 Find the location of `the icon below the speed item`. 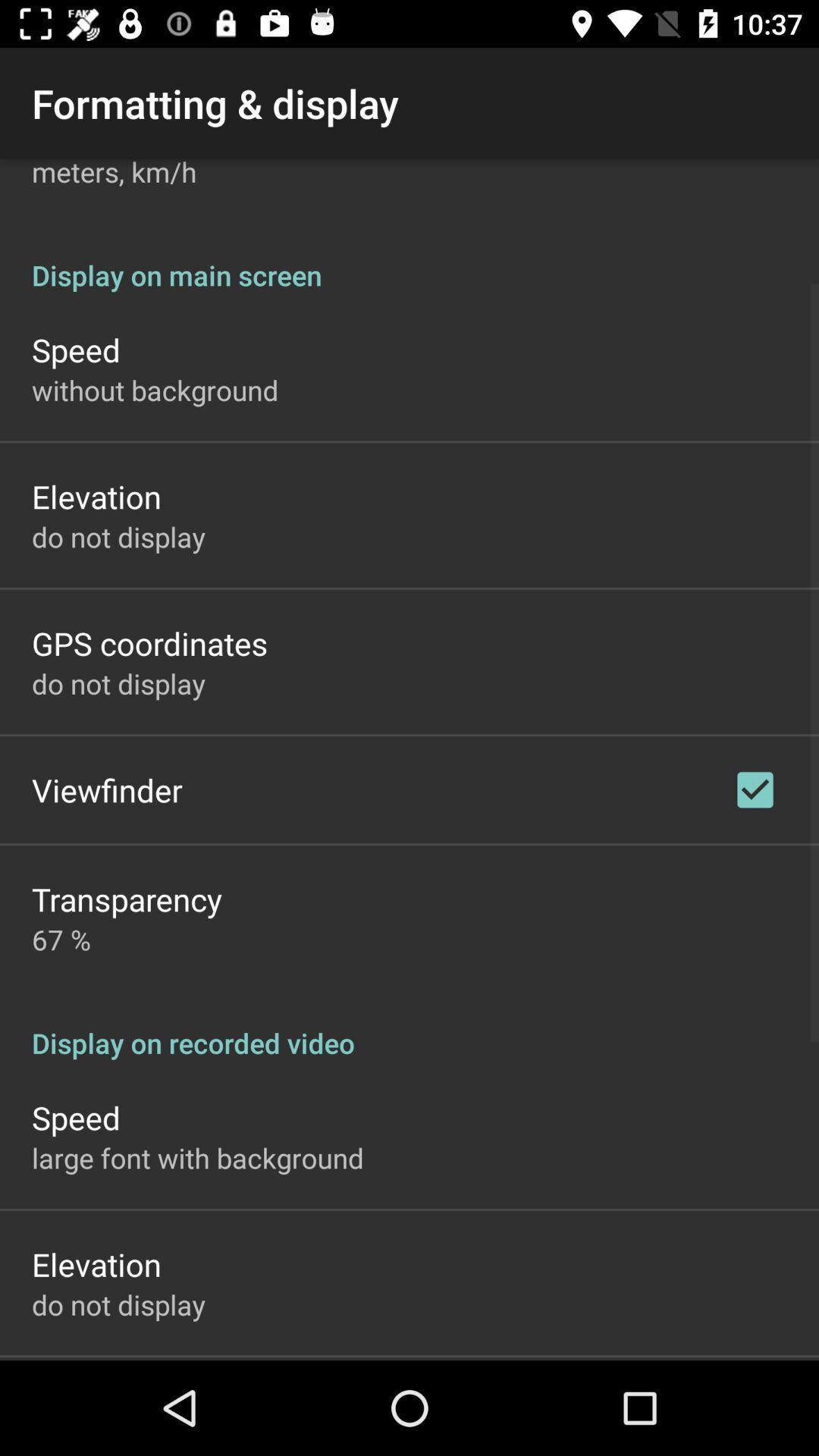

the icon below the speed item is located at coordinates (155, 390).